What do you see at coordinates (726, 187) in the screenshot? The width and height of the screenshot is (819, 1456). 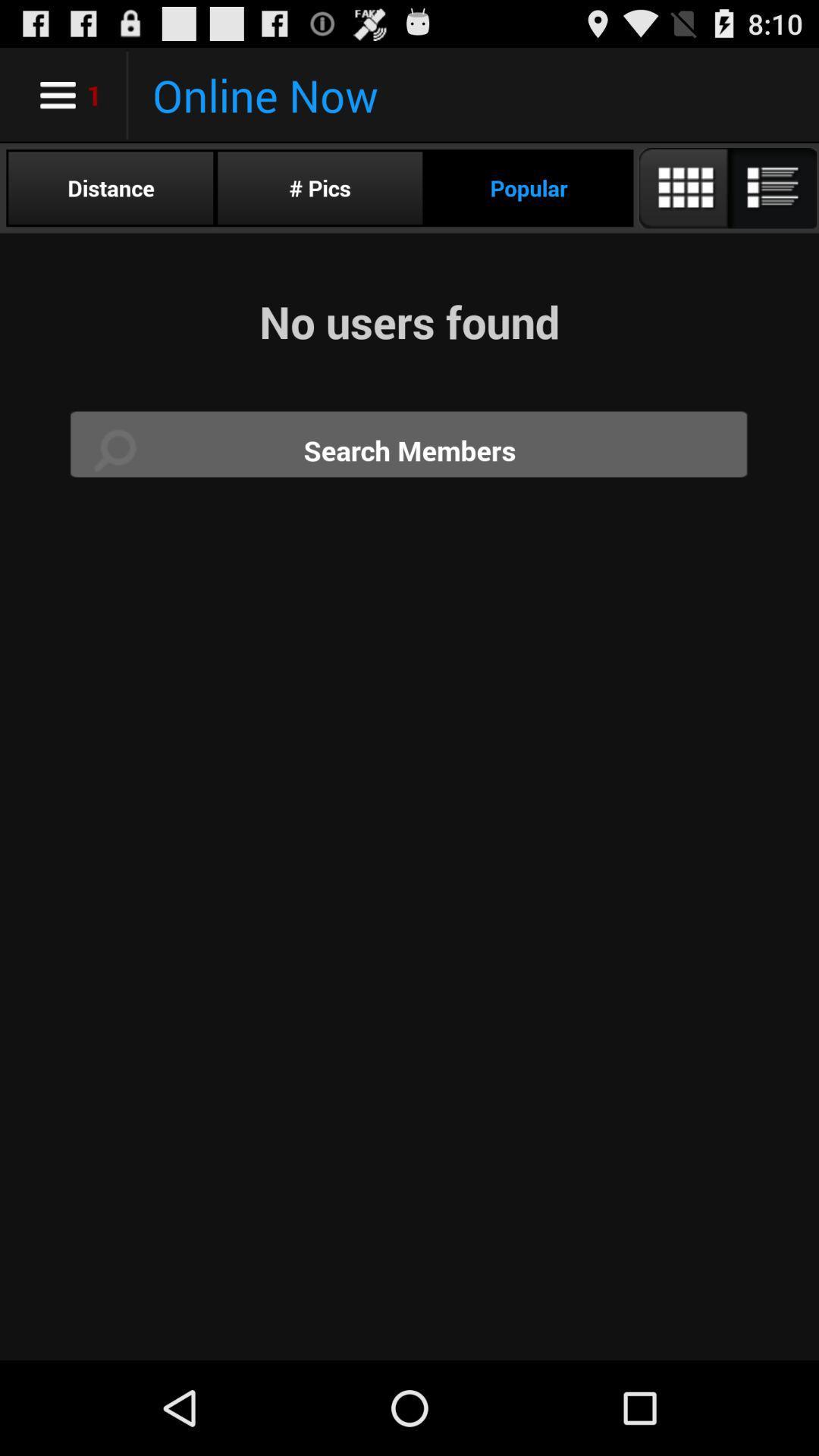 I see `icon to the right of the popular icon` at bounding box center [726, 187].